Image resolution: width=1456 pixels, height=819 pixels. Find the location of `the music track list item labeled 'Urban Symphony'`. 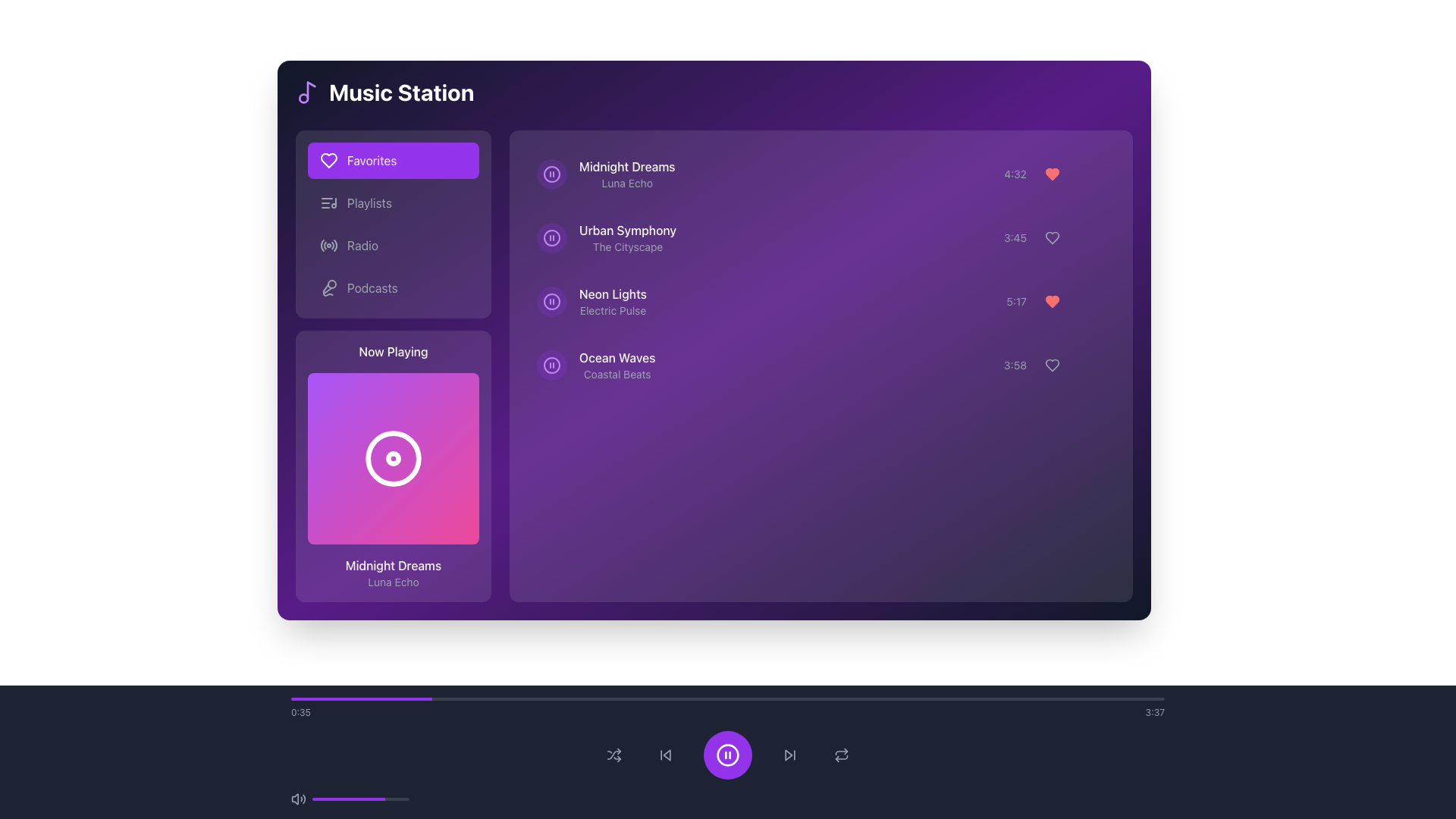

the music track list item labeled 'Urban Symphony' is located at coordinates (821, 237).